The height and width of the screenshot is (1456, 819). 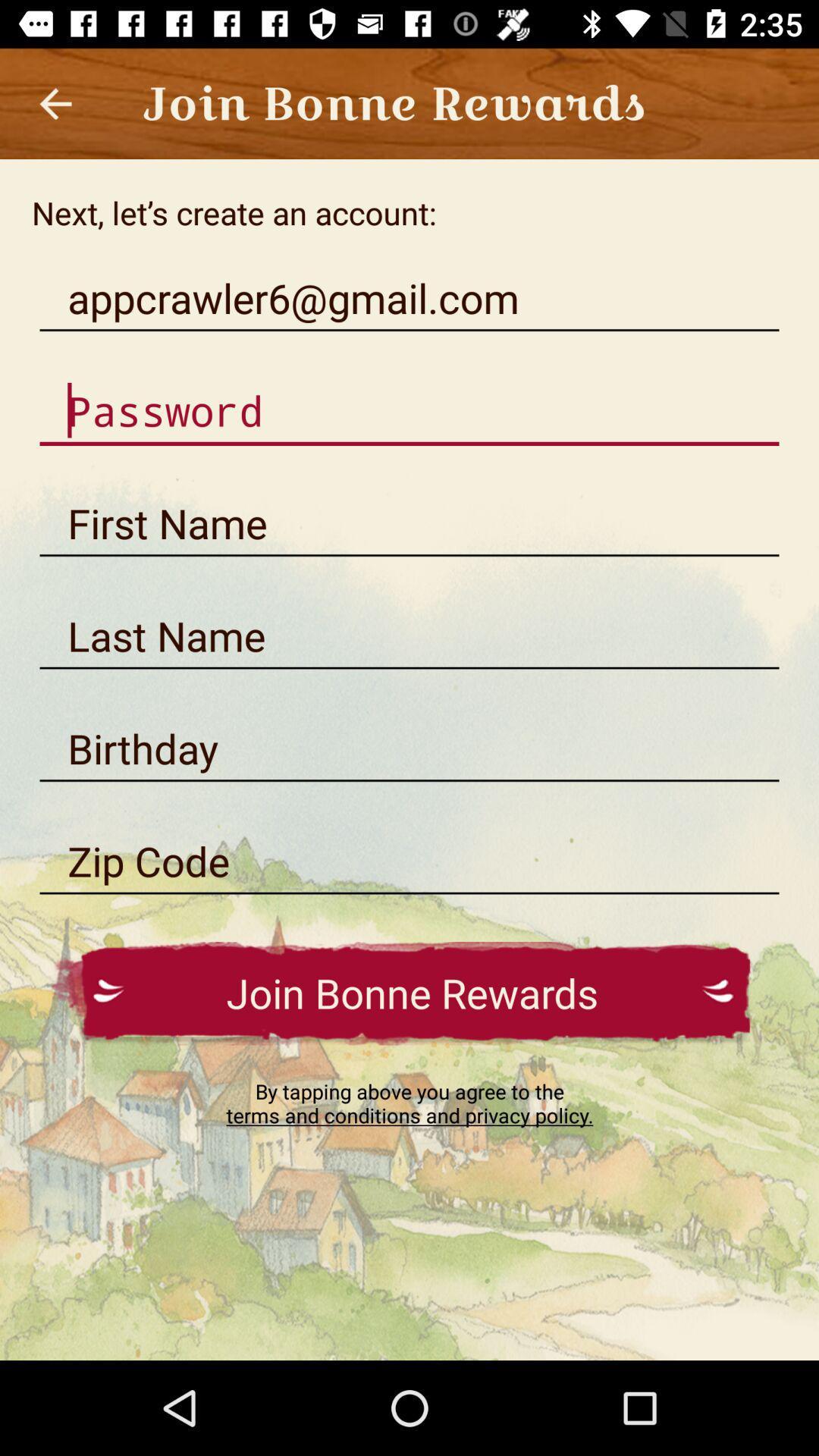 I want to click on birthday, so click(x=409, y=748).